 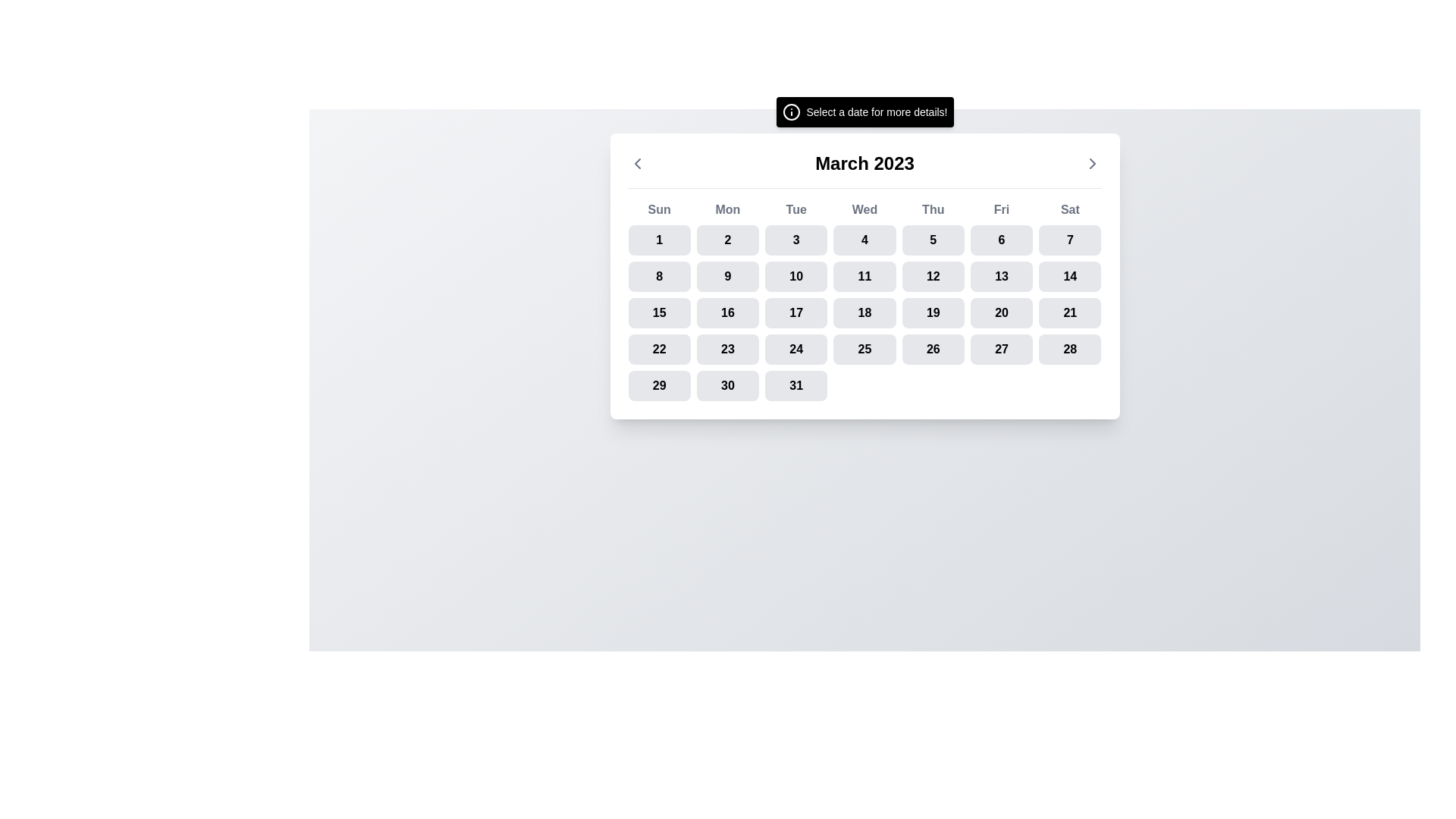 I want to click on the Day slot representing the 5th of the displayed month in the calendar, located under the 'Thu' header, so click(x=932, y=239).